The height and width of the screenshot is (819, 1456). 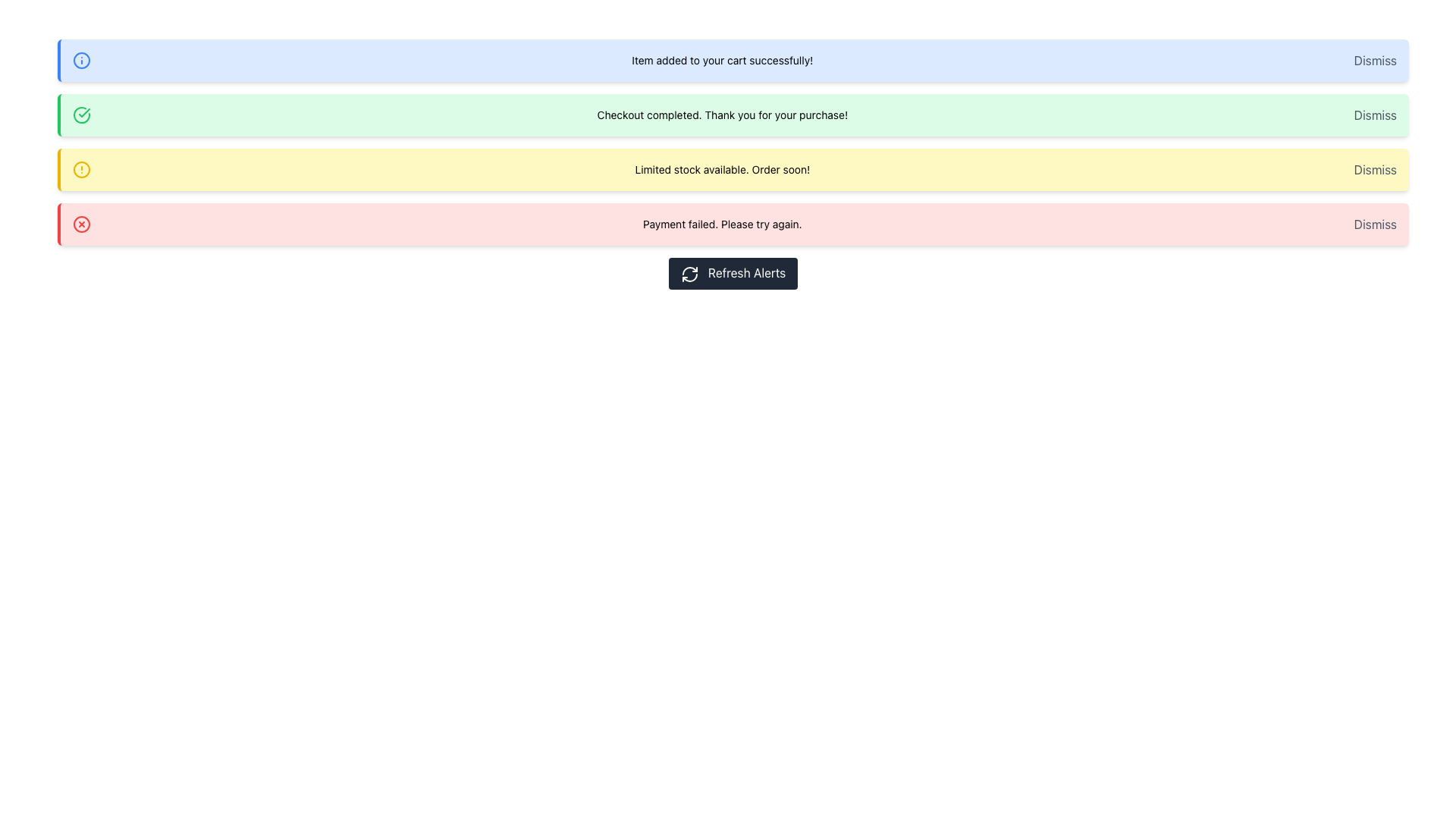 What do you see at coordinates (81, 224) in the screenshot?
I see `the error icon located in the bottom alert panel, adjacent to the alert text` at bounding box center [81, 224].